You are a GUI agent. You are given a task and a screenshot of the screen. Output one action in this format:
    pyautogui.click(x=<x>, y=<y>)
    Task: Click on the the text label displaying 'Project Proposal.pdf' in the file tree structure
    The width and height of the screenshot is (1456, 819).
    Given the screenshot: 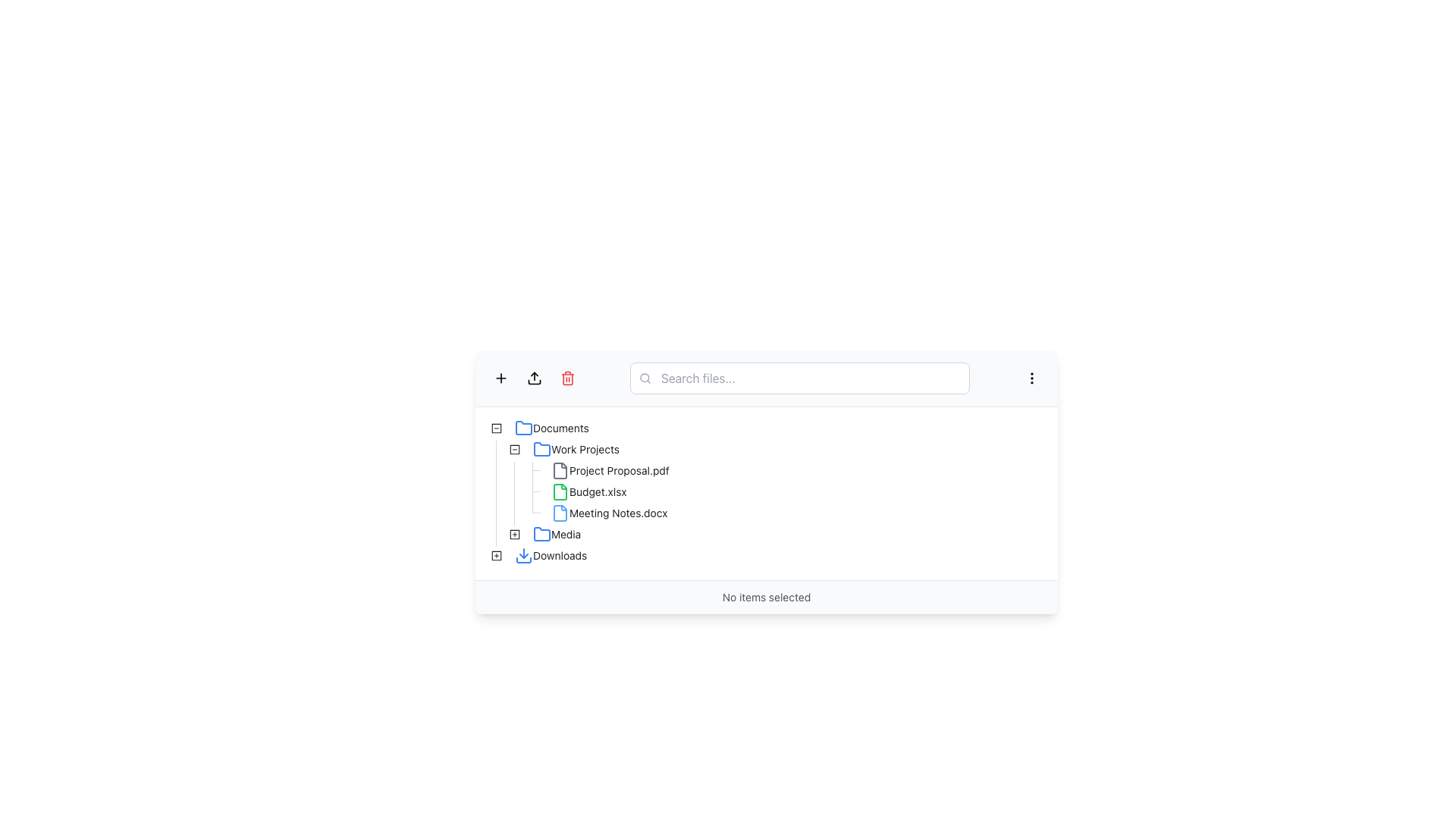 What is the action you would take?
    pyautogui.click(x=619, y=469)
    